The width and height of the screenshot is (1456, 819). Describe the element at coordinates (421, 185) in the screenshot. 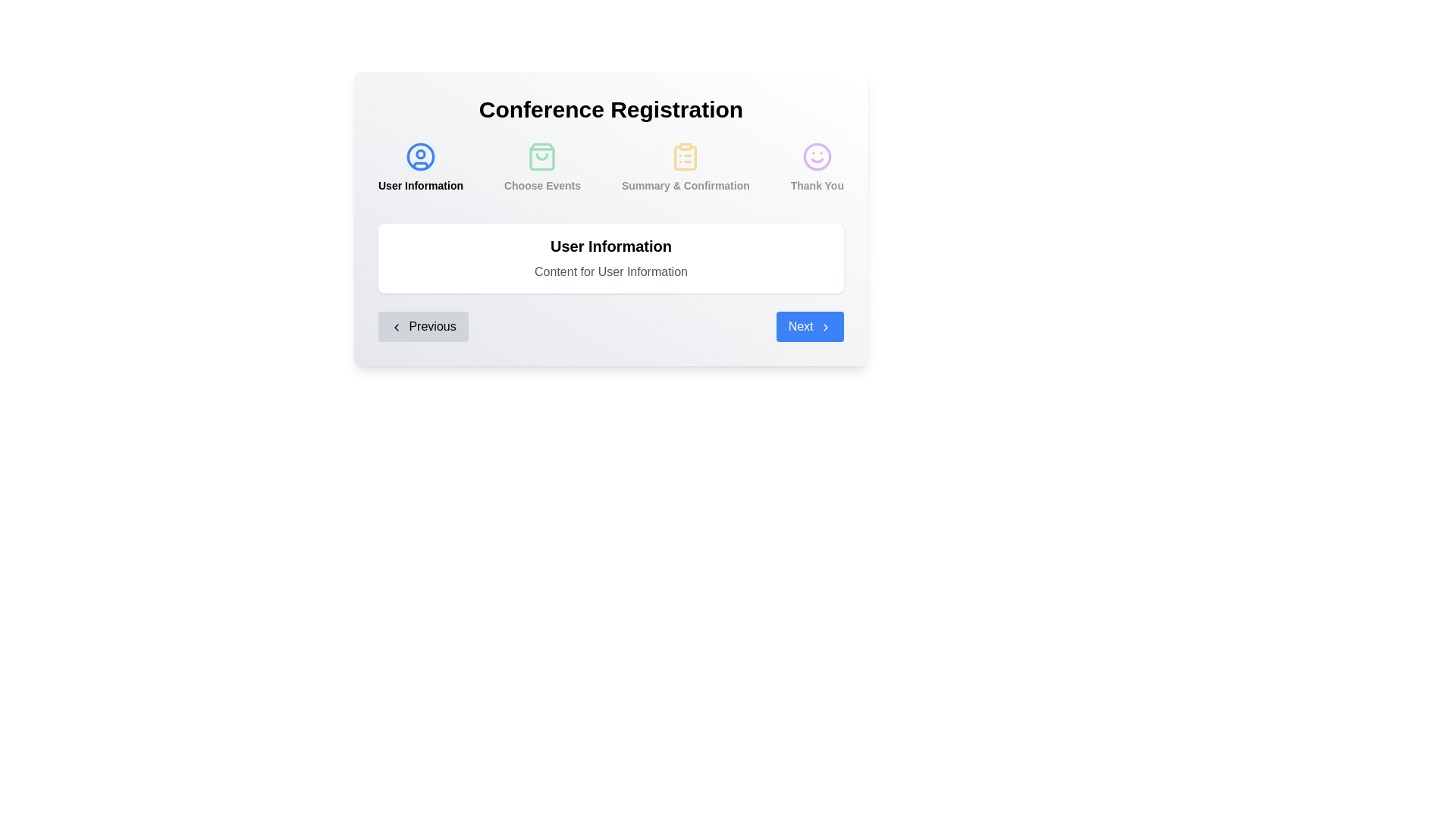

I see `the text label reading 'User Information' for copying, which is styled in a small bold font and positioned below a user icon` at that location.